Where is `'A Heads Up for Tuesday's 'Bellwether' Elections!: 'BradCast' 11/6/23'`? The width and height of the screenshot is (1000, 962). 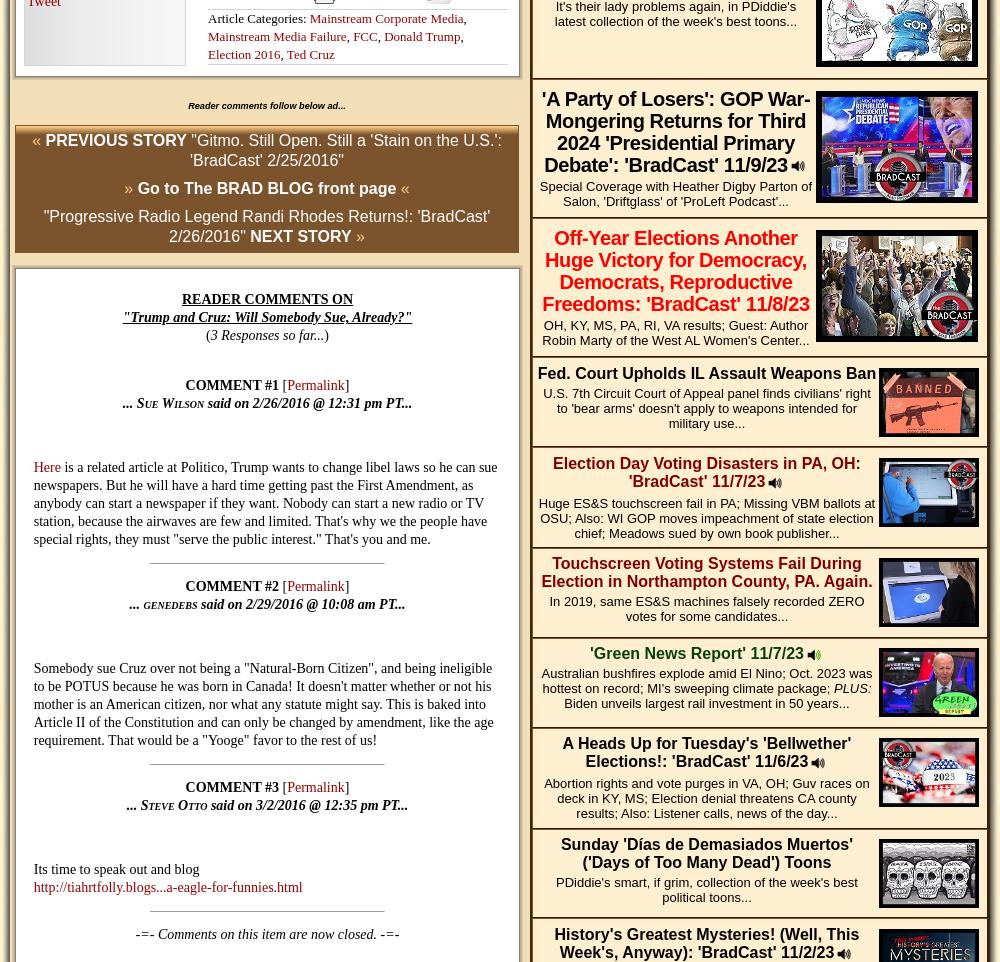 'A Heads Up for Tuesday's 'Bellwether' Elections!: 'BradCast' 11/6/23' is located at coordinates (705, 752).